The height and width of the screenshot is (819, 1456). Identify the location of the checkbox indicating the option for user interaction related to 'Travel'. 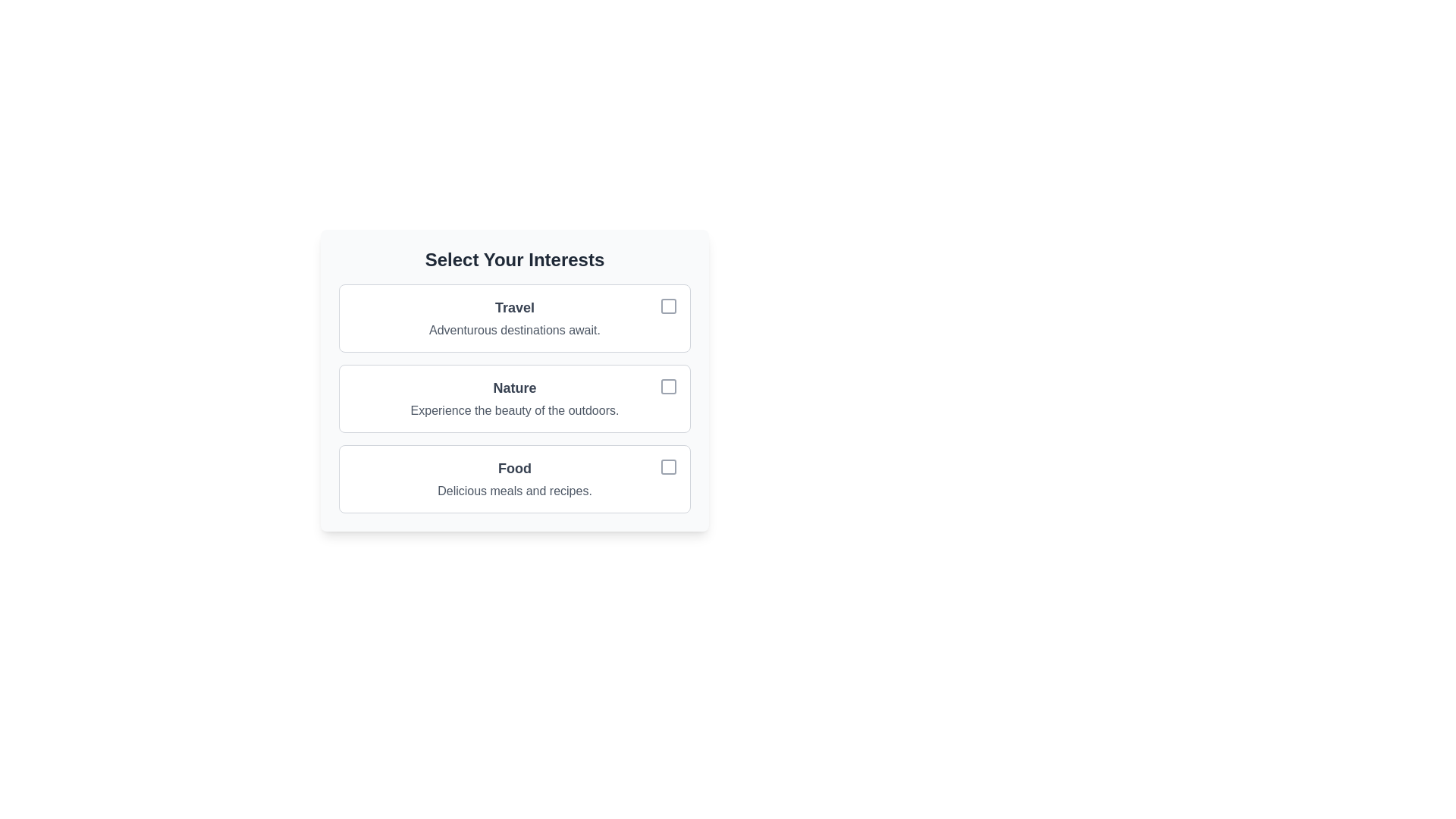
(668, 306).